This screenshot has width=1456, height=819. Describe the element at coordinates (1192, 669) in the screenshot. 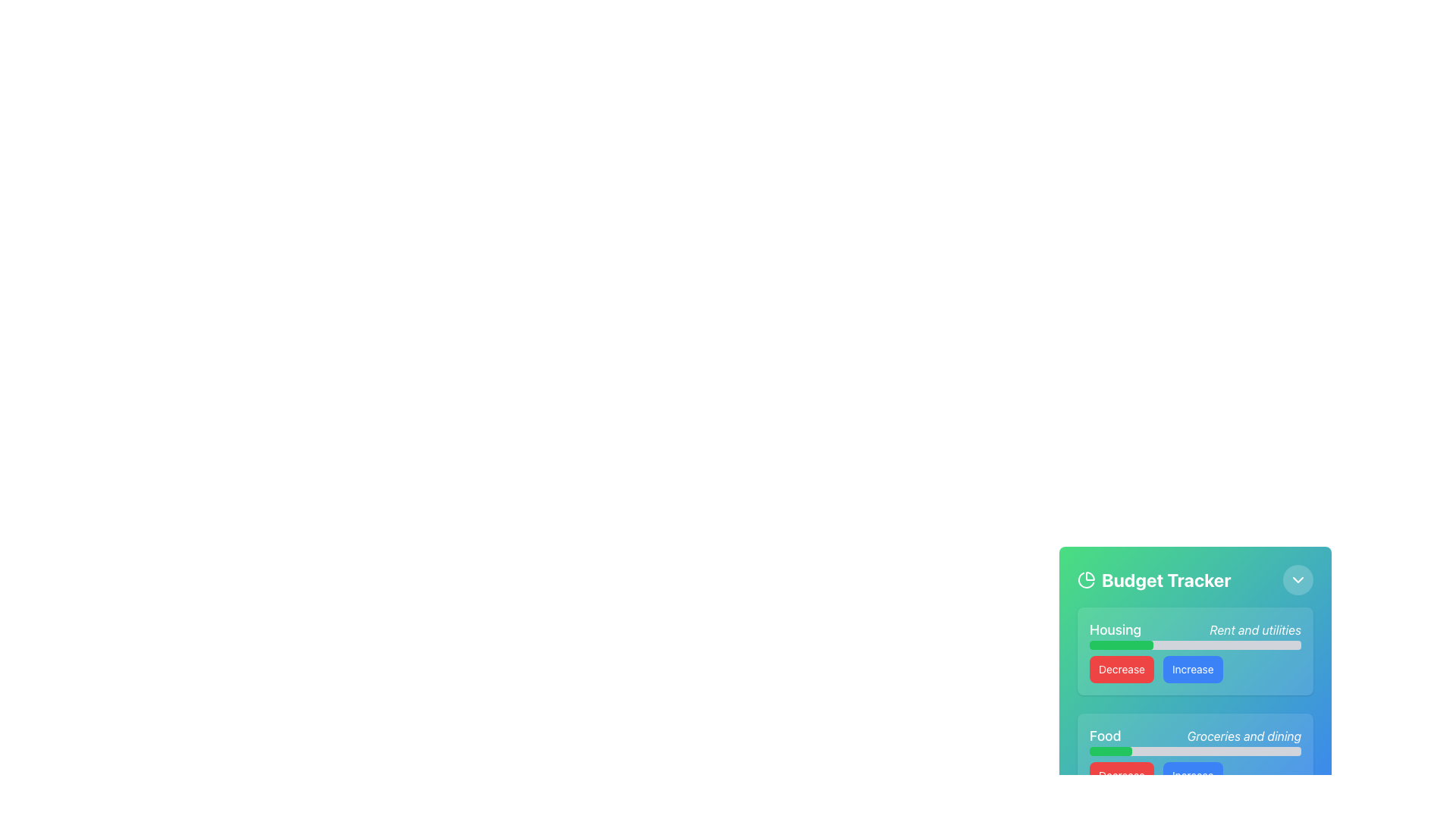

I see `the 'Increase' button located within the green section labeled 'Housing' in the 'Budget Tracker' interface` at that location.